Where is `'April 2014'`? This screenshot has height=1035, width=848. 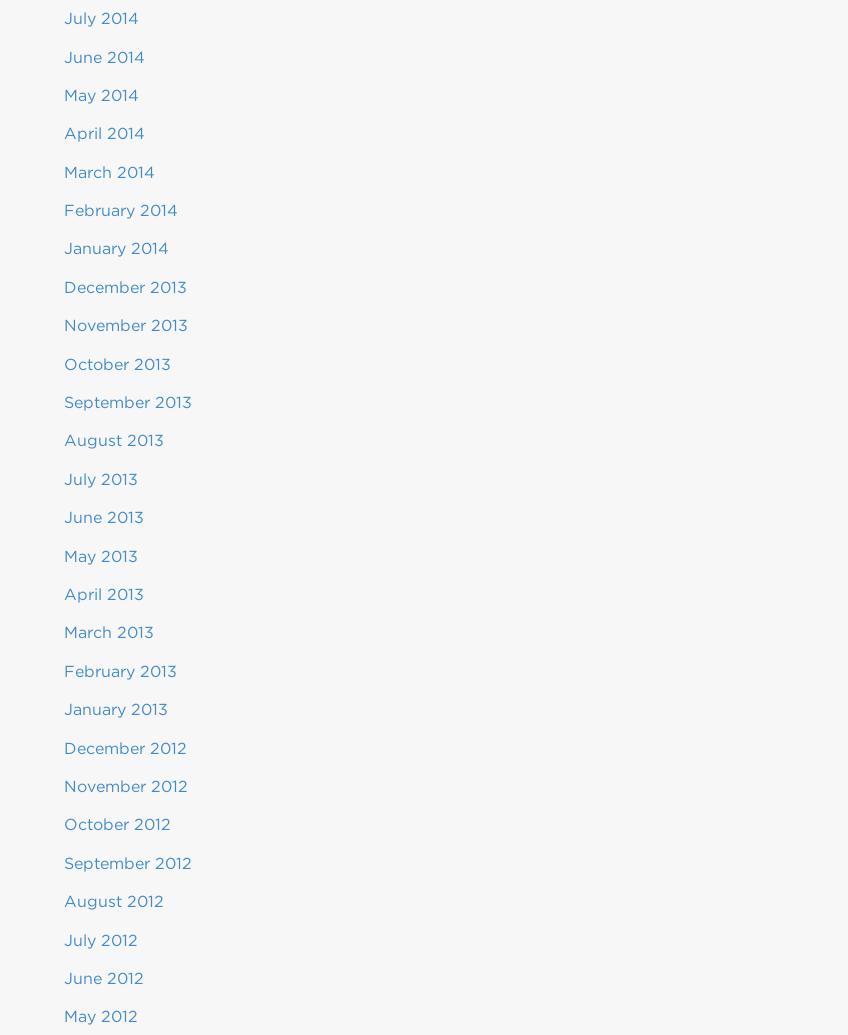
'April 2014' is located at coordinates (104, 133).